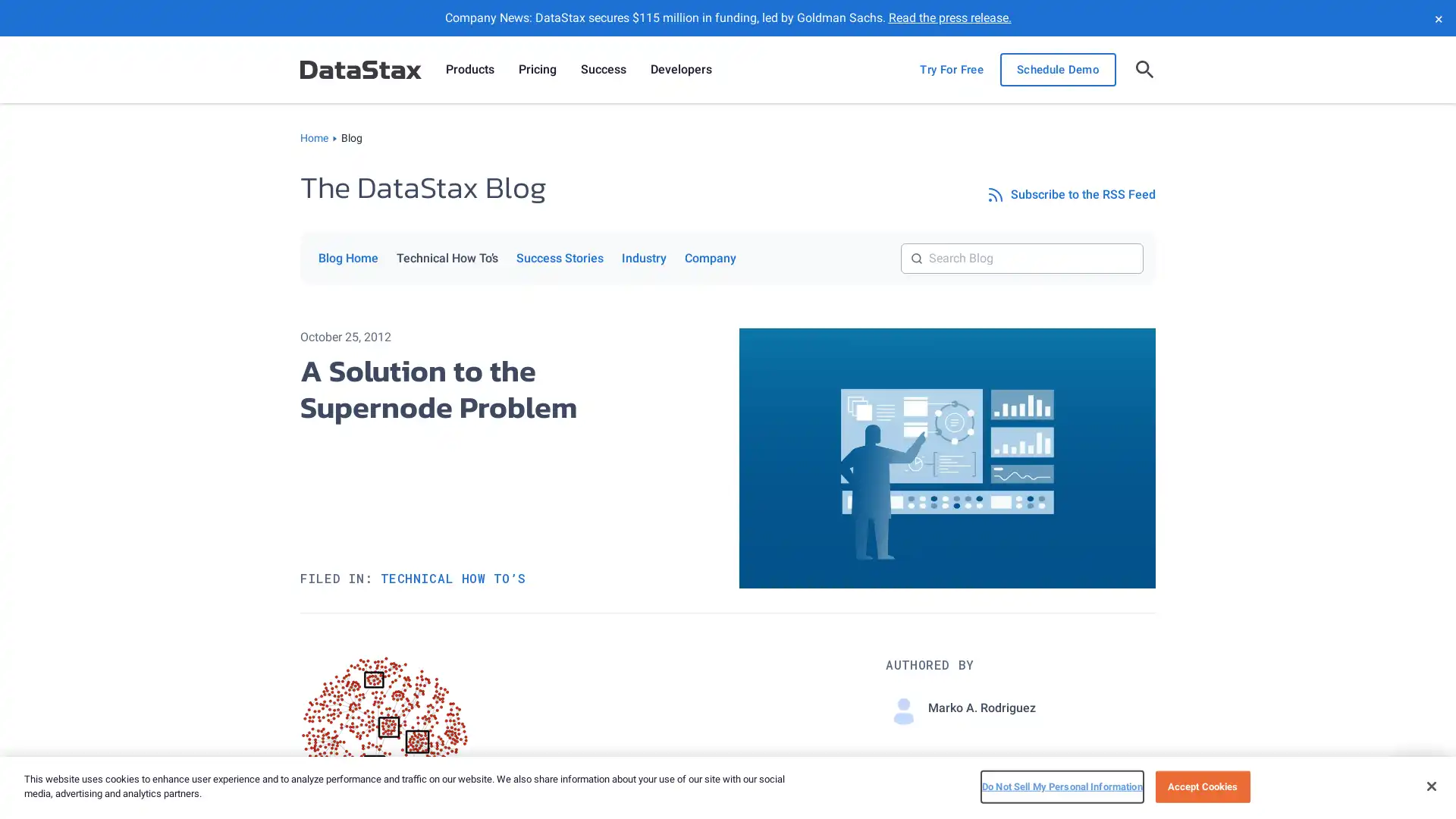 The width and height of the screenshot is (1456, 819). Describe the element at coordinates (1143, 242) in the screenshot. I see `Search` at that location.